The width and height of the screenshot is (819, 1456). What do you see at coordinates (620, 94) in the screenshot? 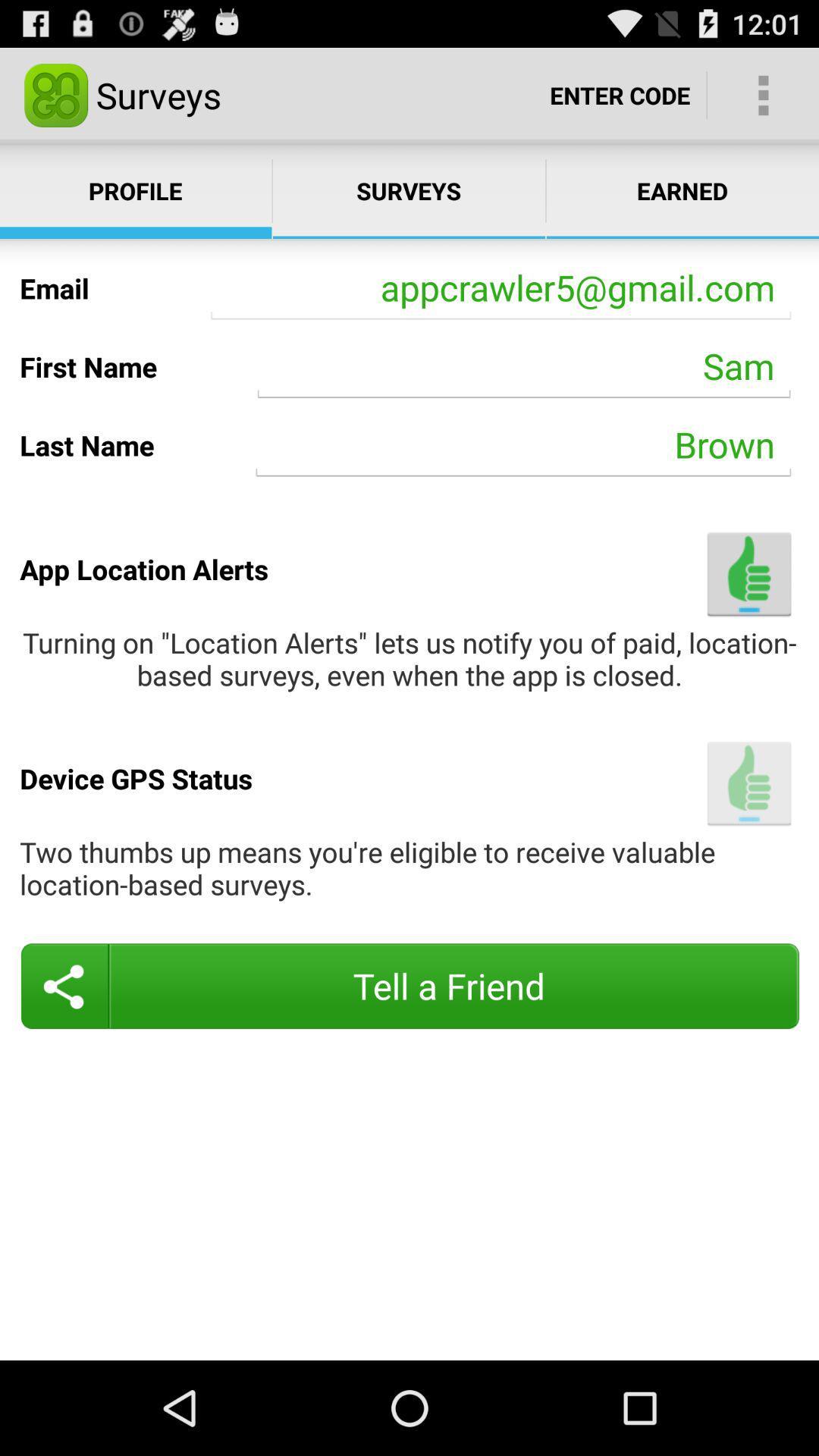
I see `the text enter code` at bounding box center [620, 94].